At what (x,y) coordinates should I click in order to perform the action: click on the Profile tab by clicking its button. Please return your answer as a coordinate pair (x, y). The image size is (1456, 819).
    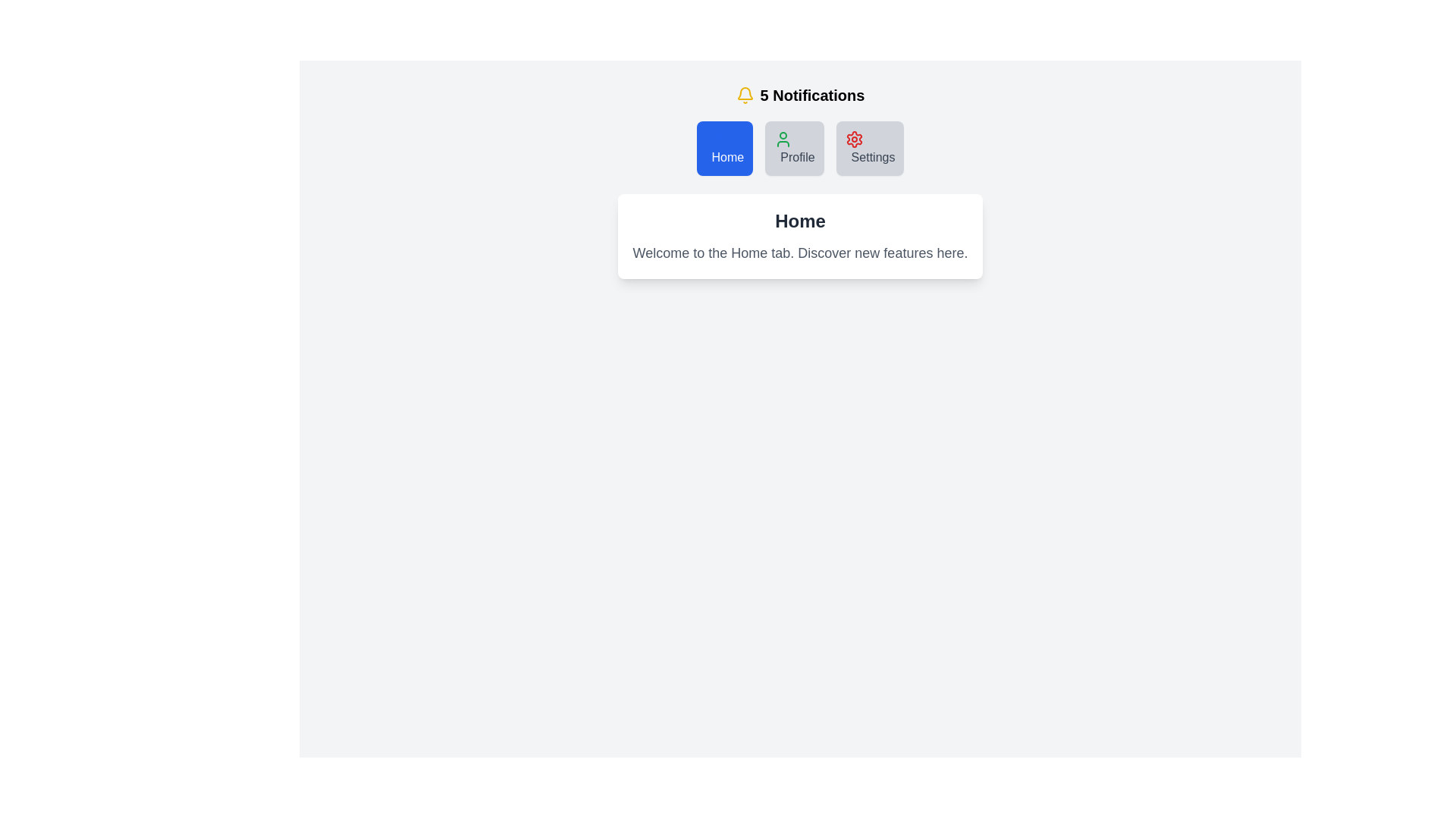
    Looking at the image, I should click on (793, 149).